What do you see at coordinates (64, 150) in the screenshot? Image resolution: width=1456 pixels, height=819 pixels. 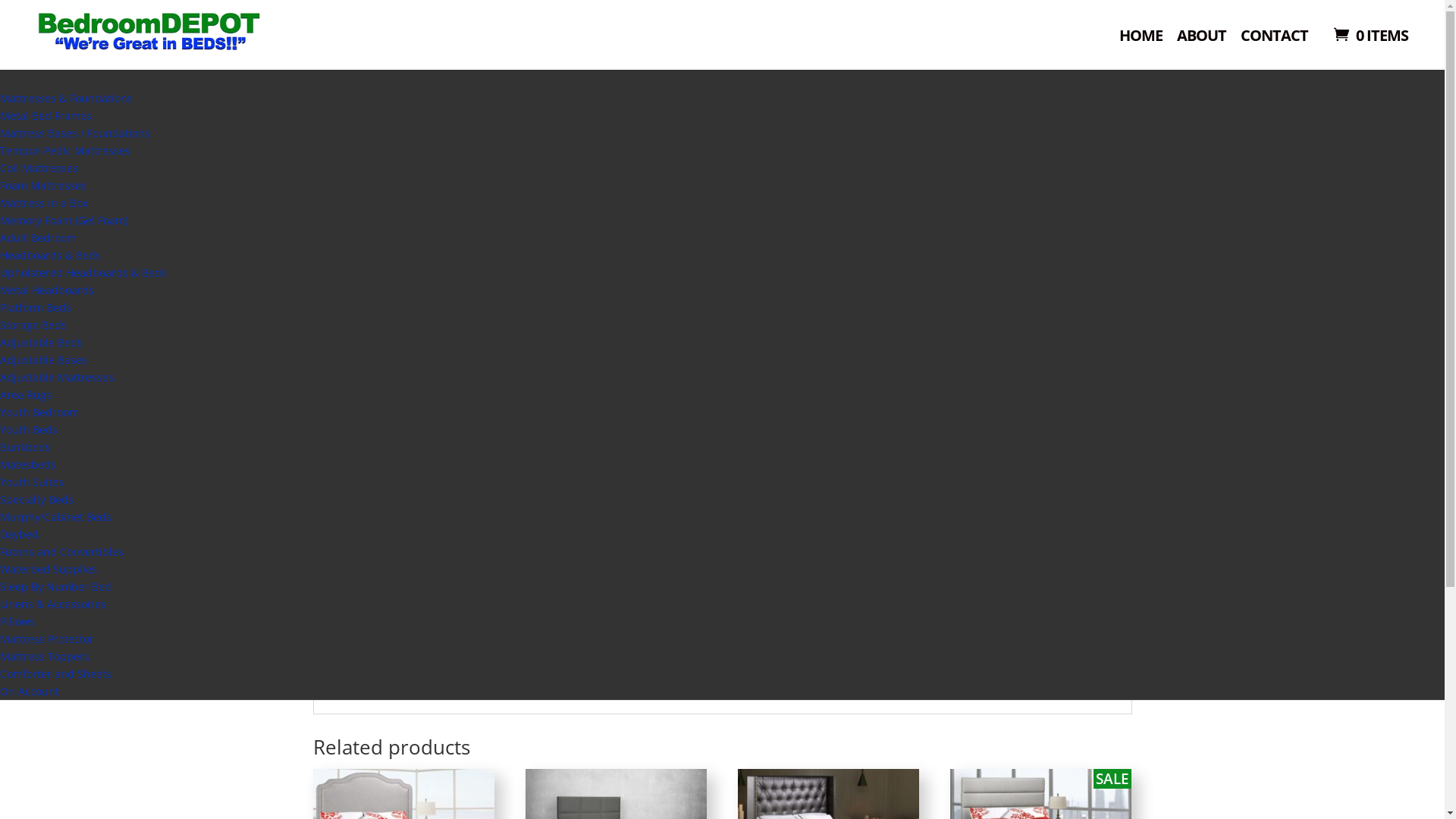 I see `'Tempur-Pedic Mattresses'` at bounding box center [64, 150].